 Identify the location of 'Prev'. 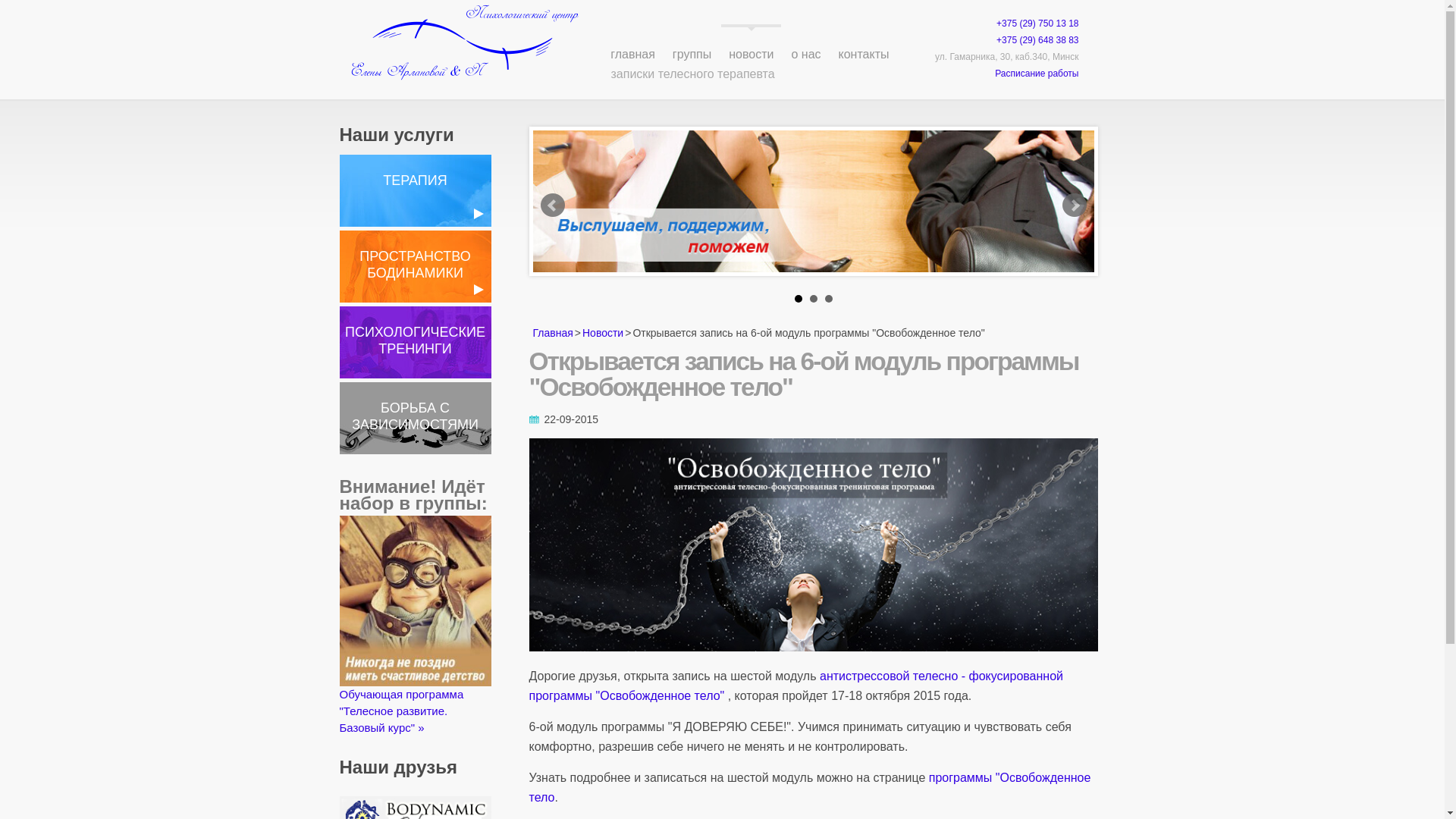
(551, 205).